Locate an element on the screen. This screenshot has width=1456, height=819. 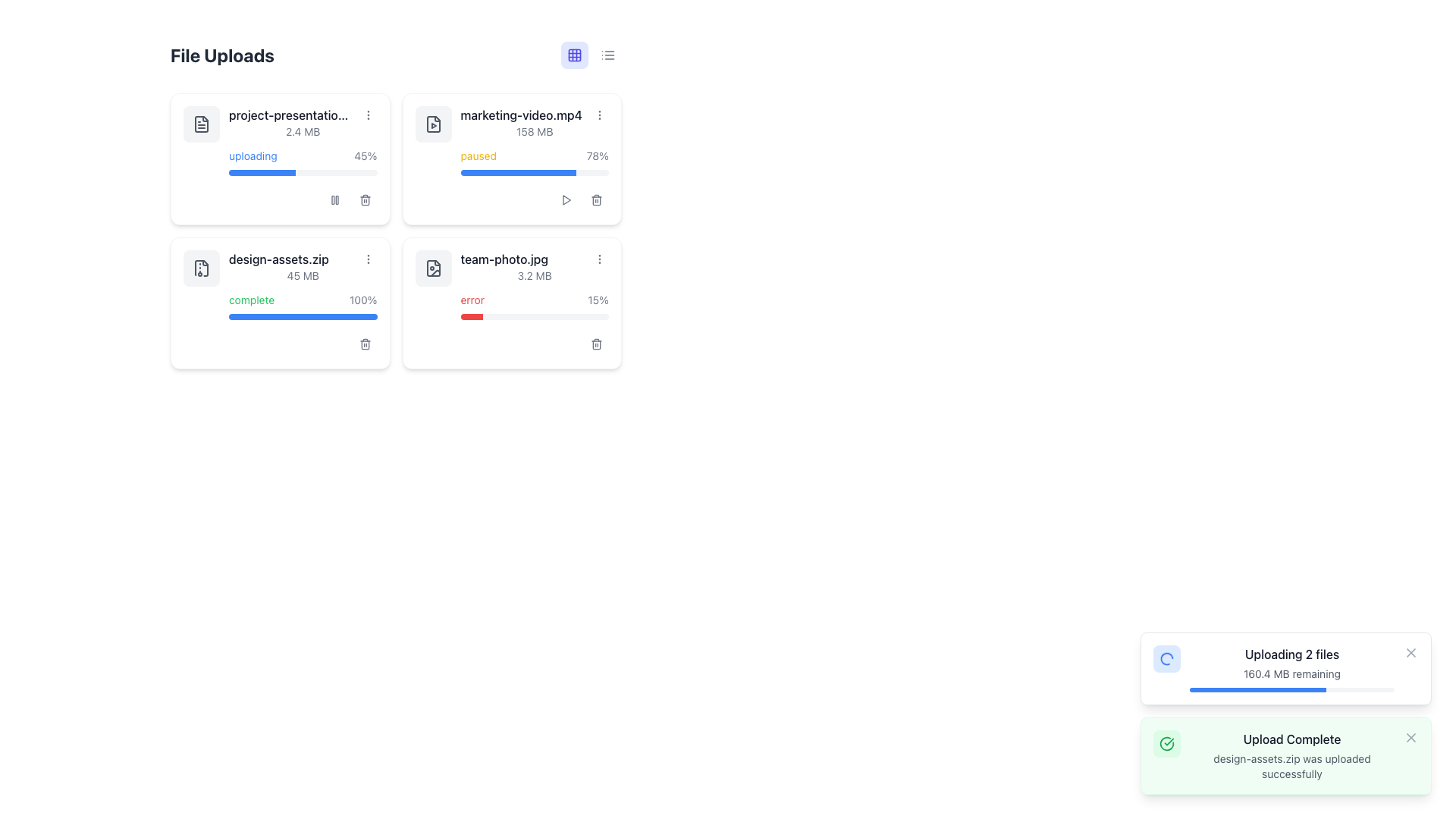
the File upload status card, which contains information about the current file upload is located at coordinates (535, 140).